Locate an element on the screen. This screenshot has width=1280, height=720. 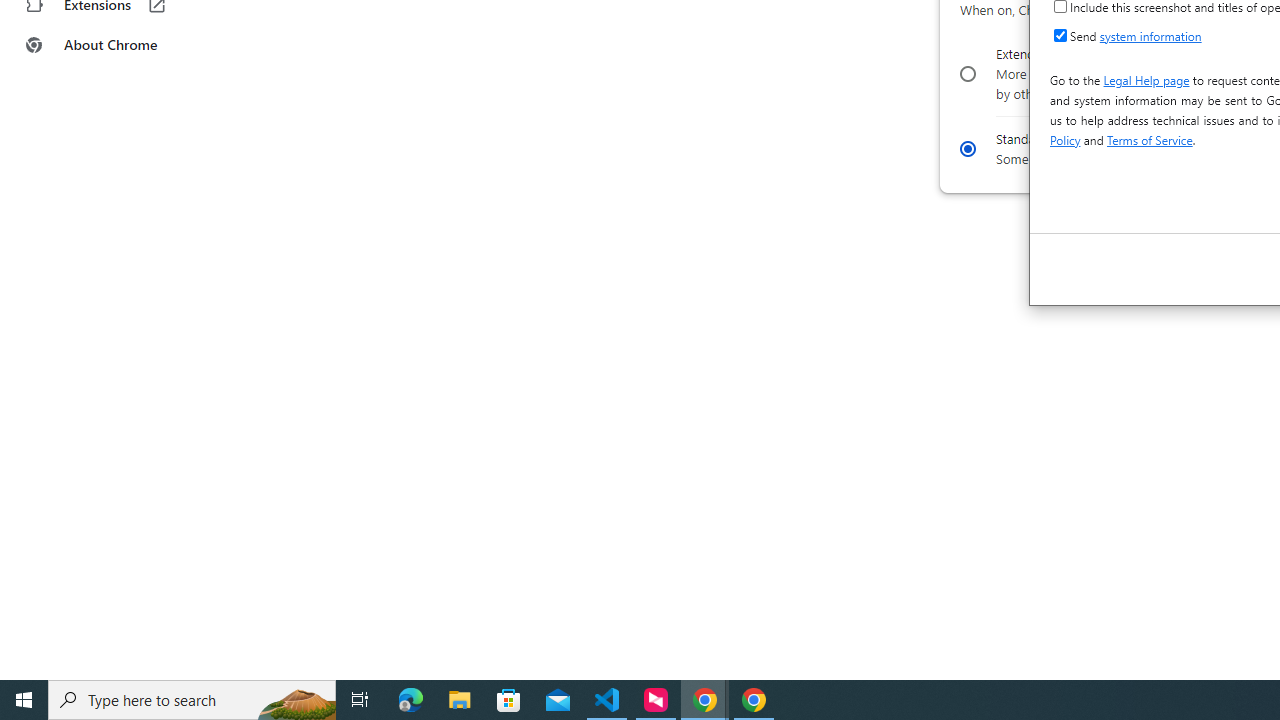
'system information' is located at coordinates (1150, 35).